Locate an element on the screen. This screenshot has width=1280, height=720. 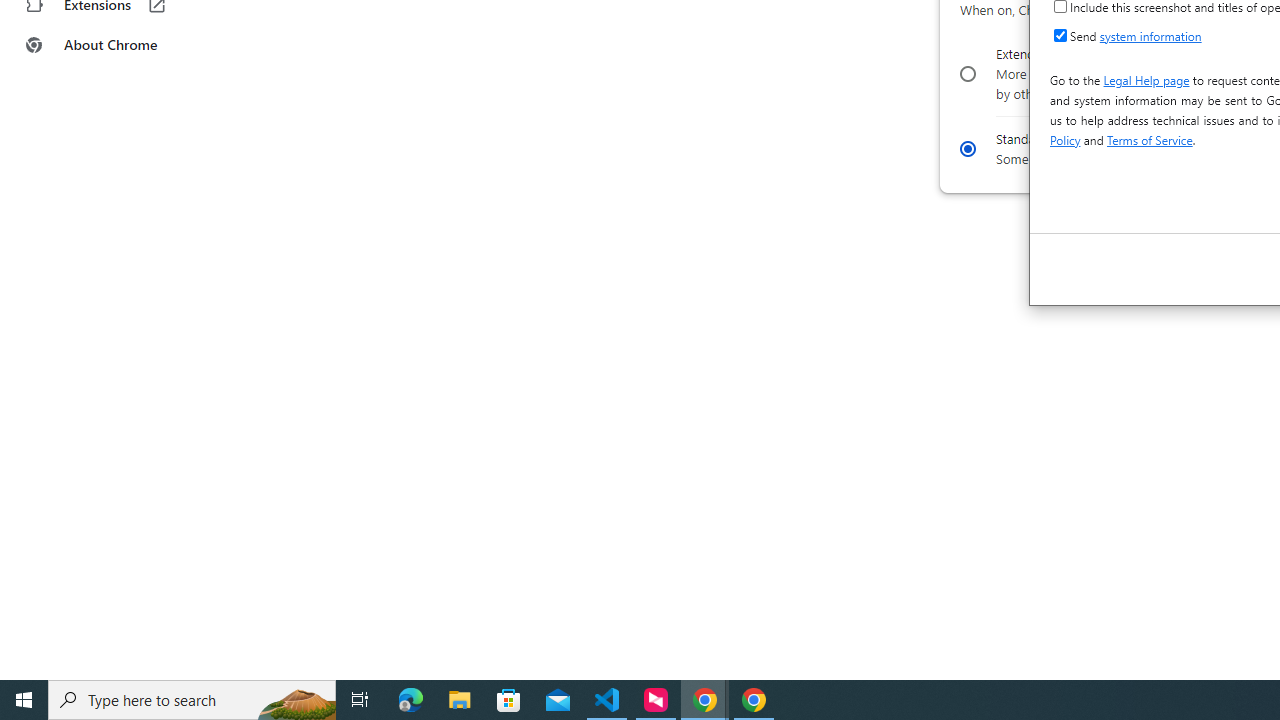
'system information' is located at coordinates (1150, 35).